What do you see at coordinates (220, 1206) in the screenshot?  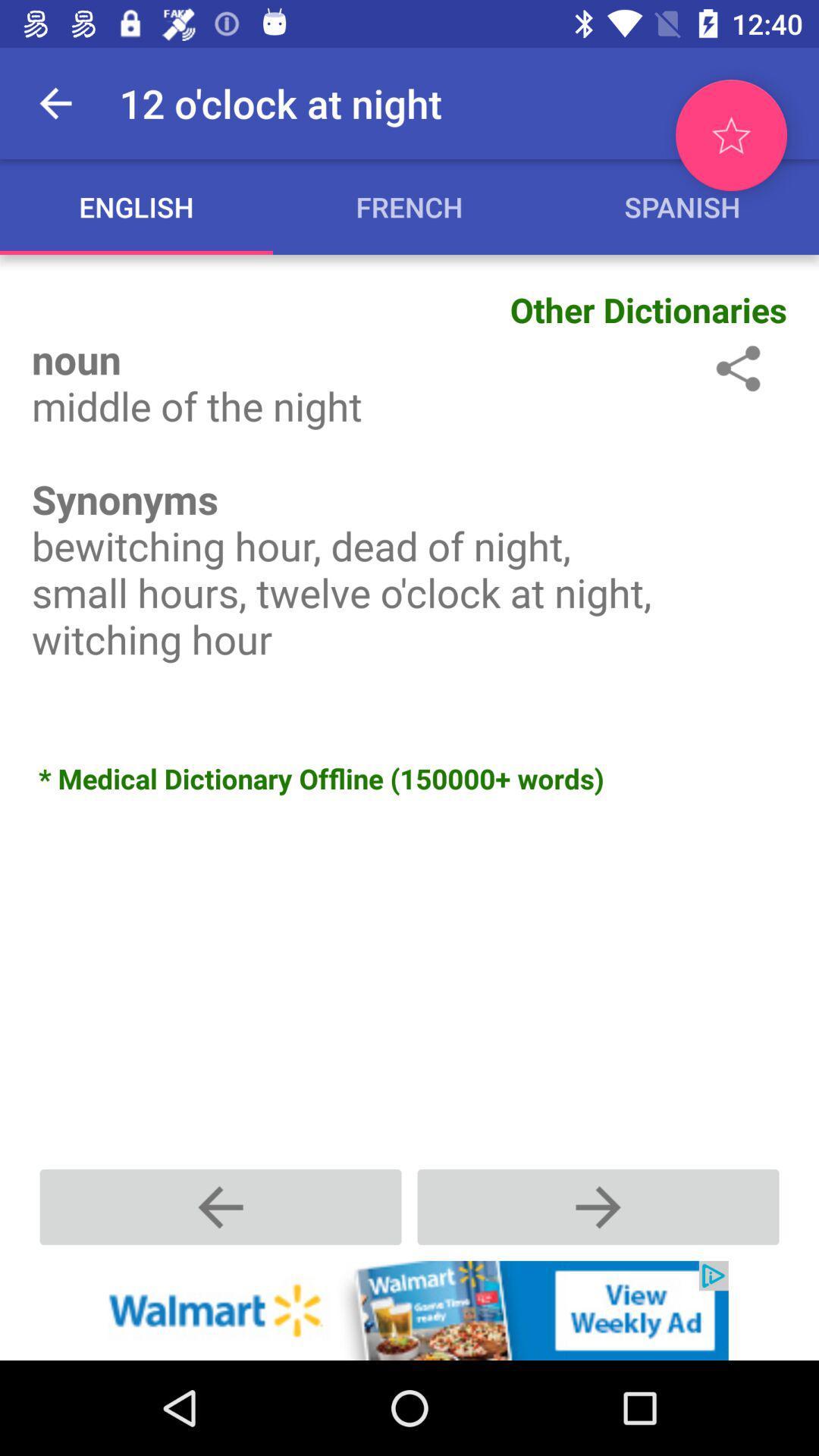 I see `go back` at bounding box center [220, 1206].